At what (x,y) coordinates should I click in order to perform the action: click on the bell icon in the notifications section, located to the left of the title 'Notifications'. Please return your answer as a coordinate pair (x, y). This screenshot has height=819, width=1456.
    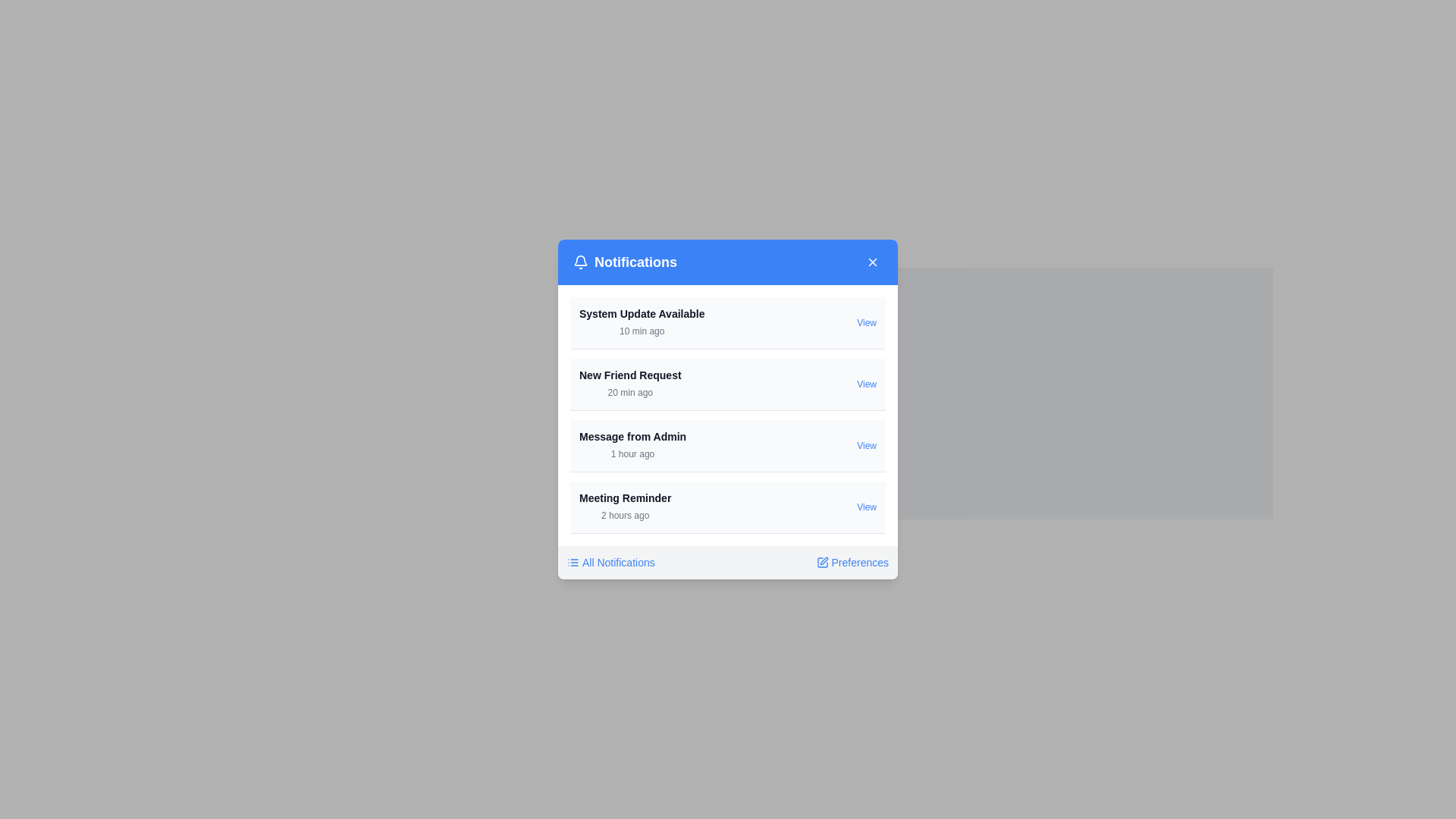
    Looking at the image, I should click on (580, 259).